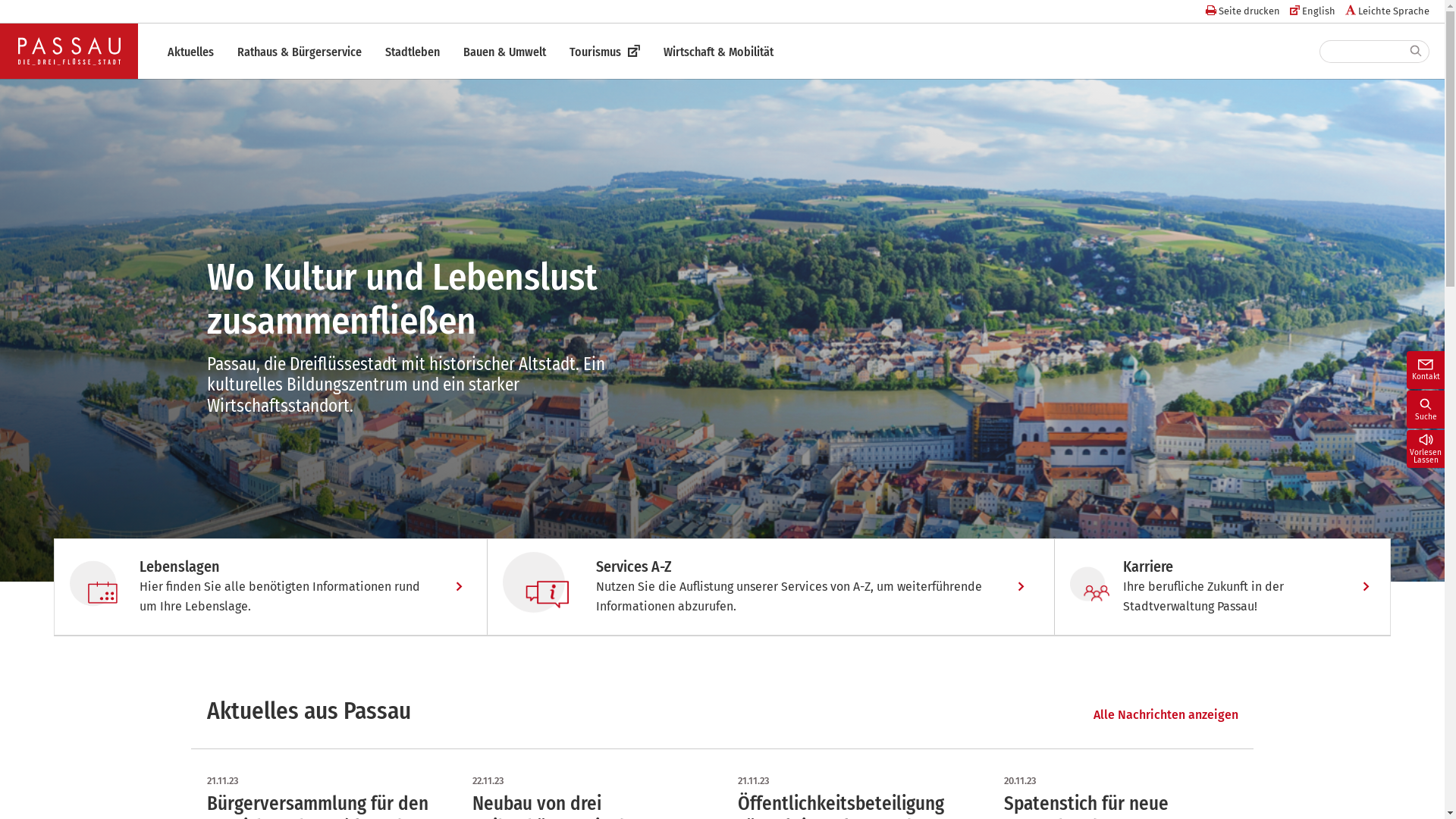 This screenshot has height=819, width=1456. What do you see at coordinates (1093, 714) in the screenshot?
I see `'Alle Nachrichten anzeigen'` at bounding box center [1093, 714].